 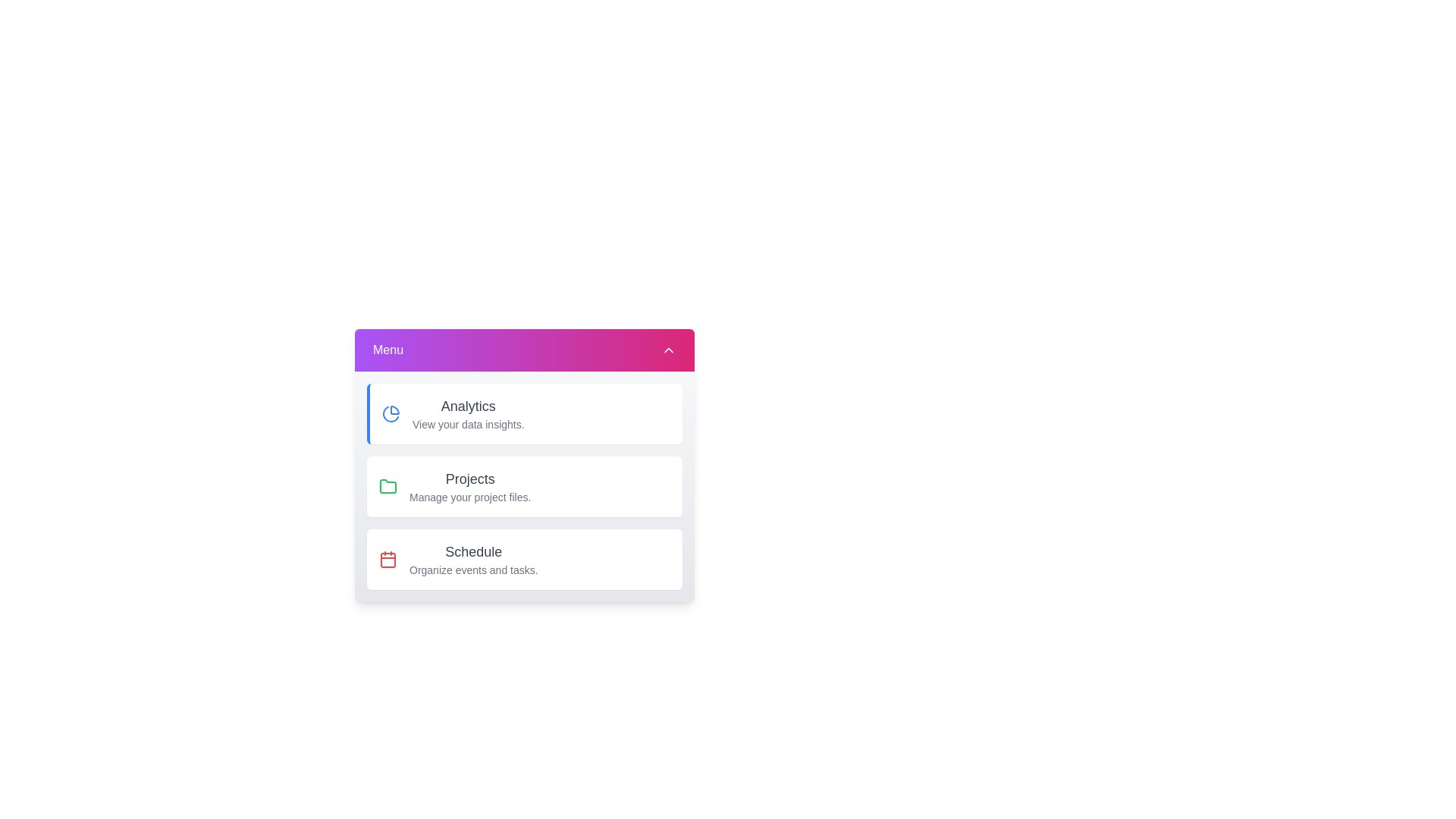 What do you see at coordinates (524, 486) in the screenshot?
I see `the menu item corresponding to Projects` at bounding box center [524, 486].